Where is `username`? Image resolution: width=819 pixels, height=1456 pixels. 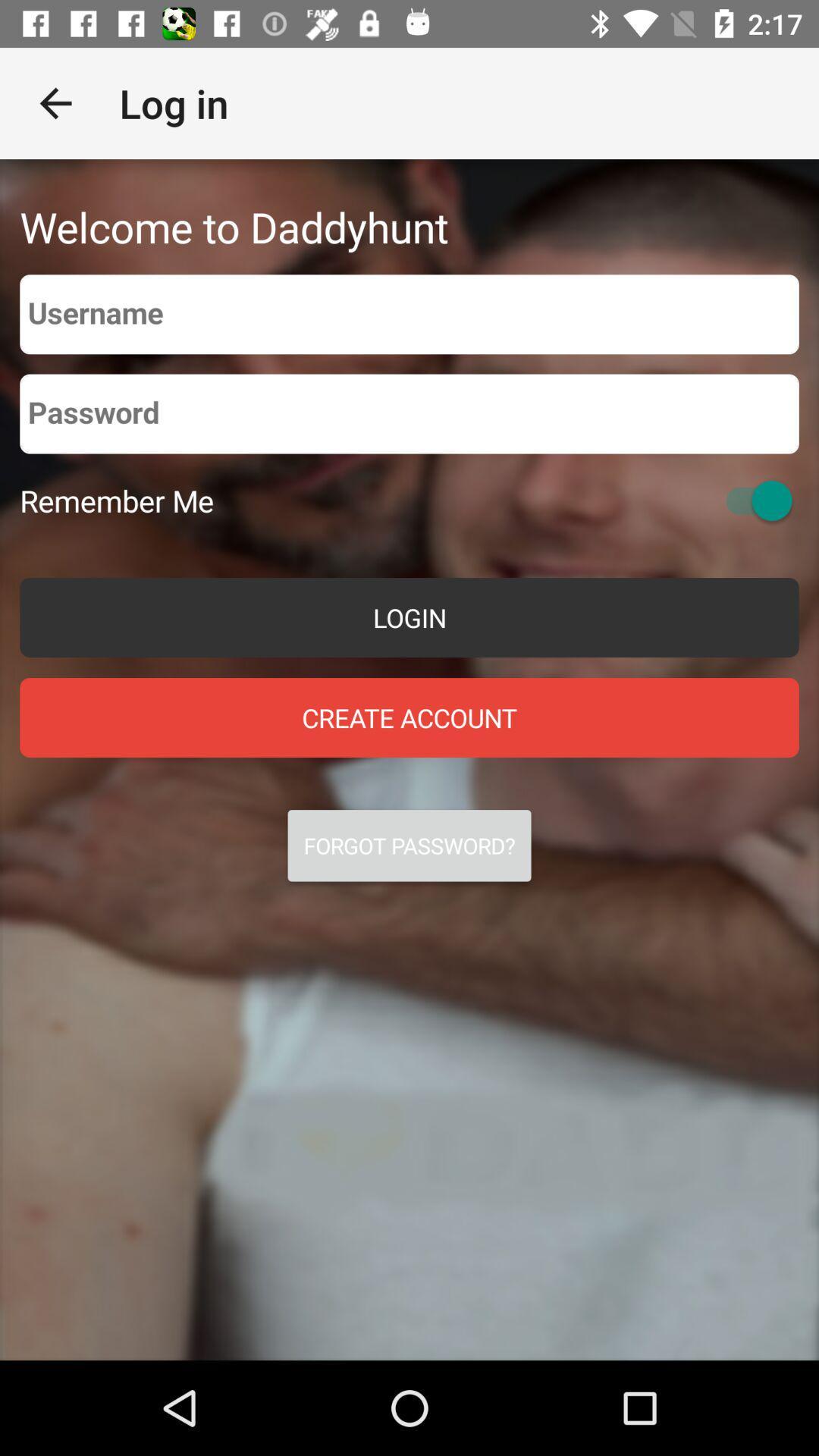 username is located at coordinates (409, 313).